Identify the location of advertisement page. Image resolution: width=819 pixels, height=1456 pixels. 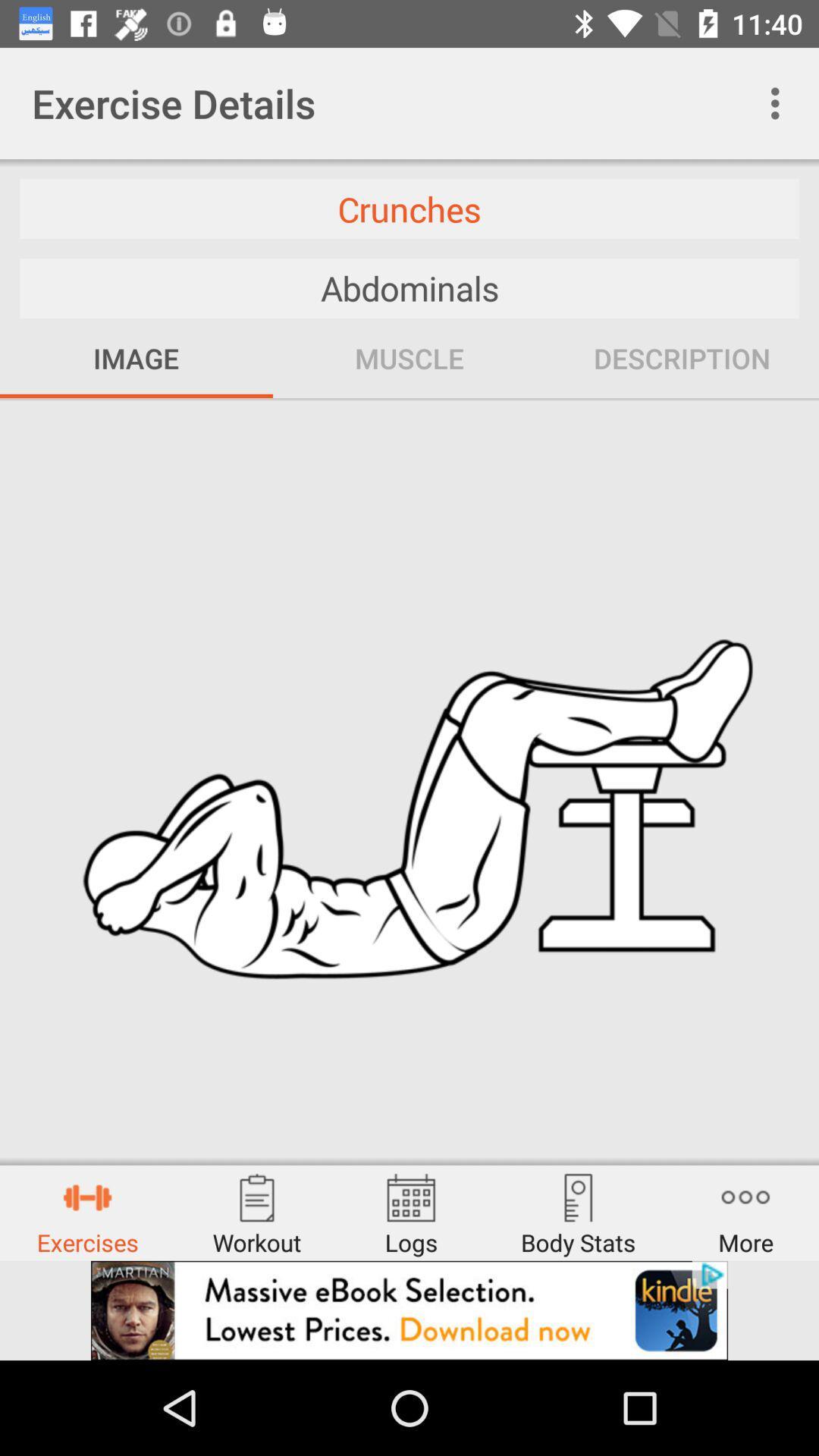
(409, 1310).